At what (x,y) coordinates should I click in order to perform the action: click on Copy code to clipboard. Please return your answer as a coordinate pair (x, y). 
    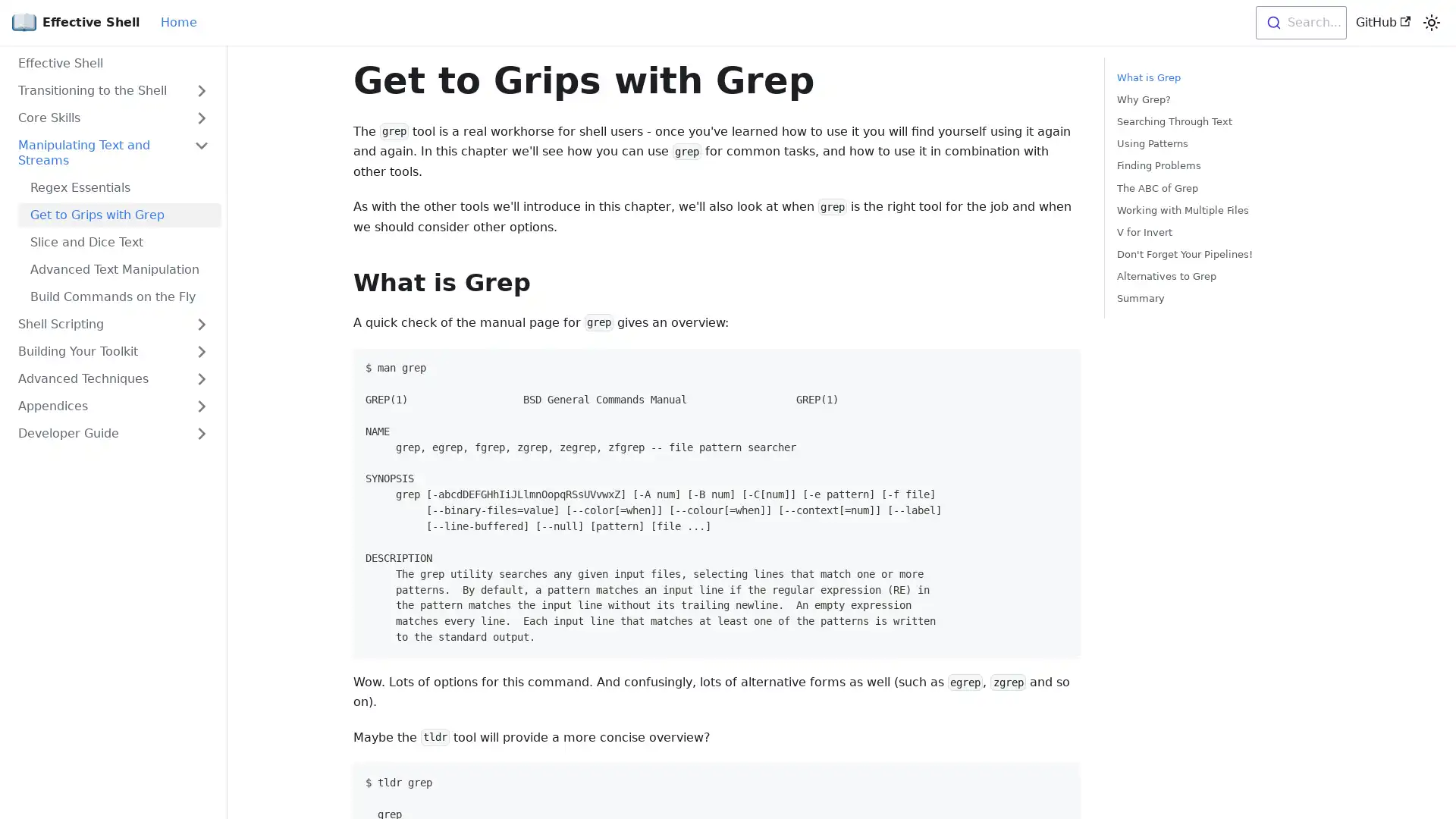
    Looking at the image, I should click on (1060, 781).